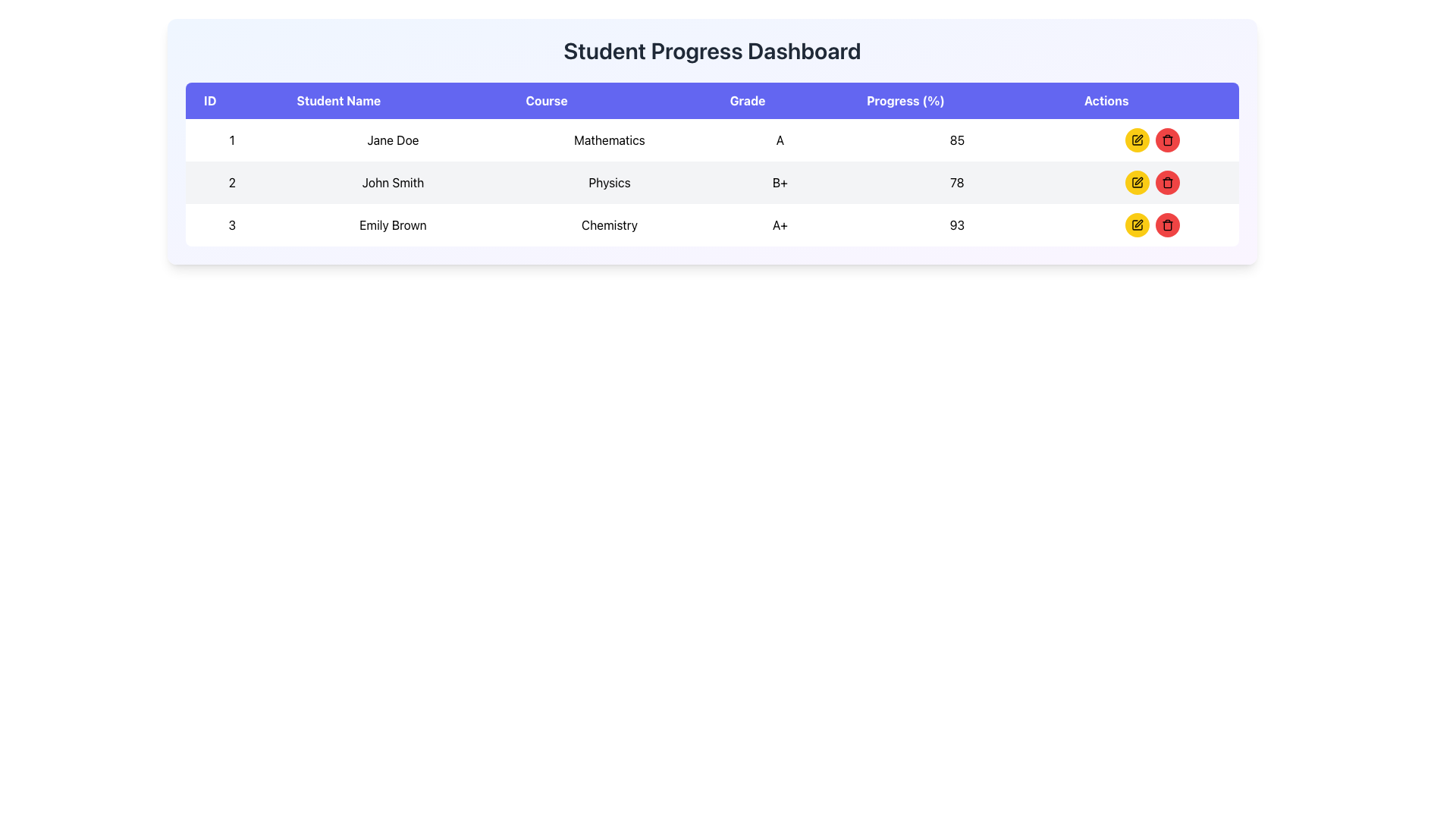 The image size is (1456, 819). Describe the element at coordinates (393, 225) in the screenshot. I see `the text label displaying the name 'Emily Brown' in the second column of the third row in the 'Student Progress Dashboard'` at that location.